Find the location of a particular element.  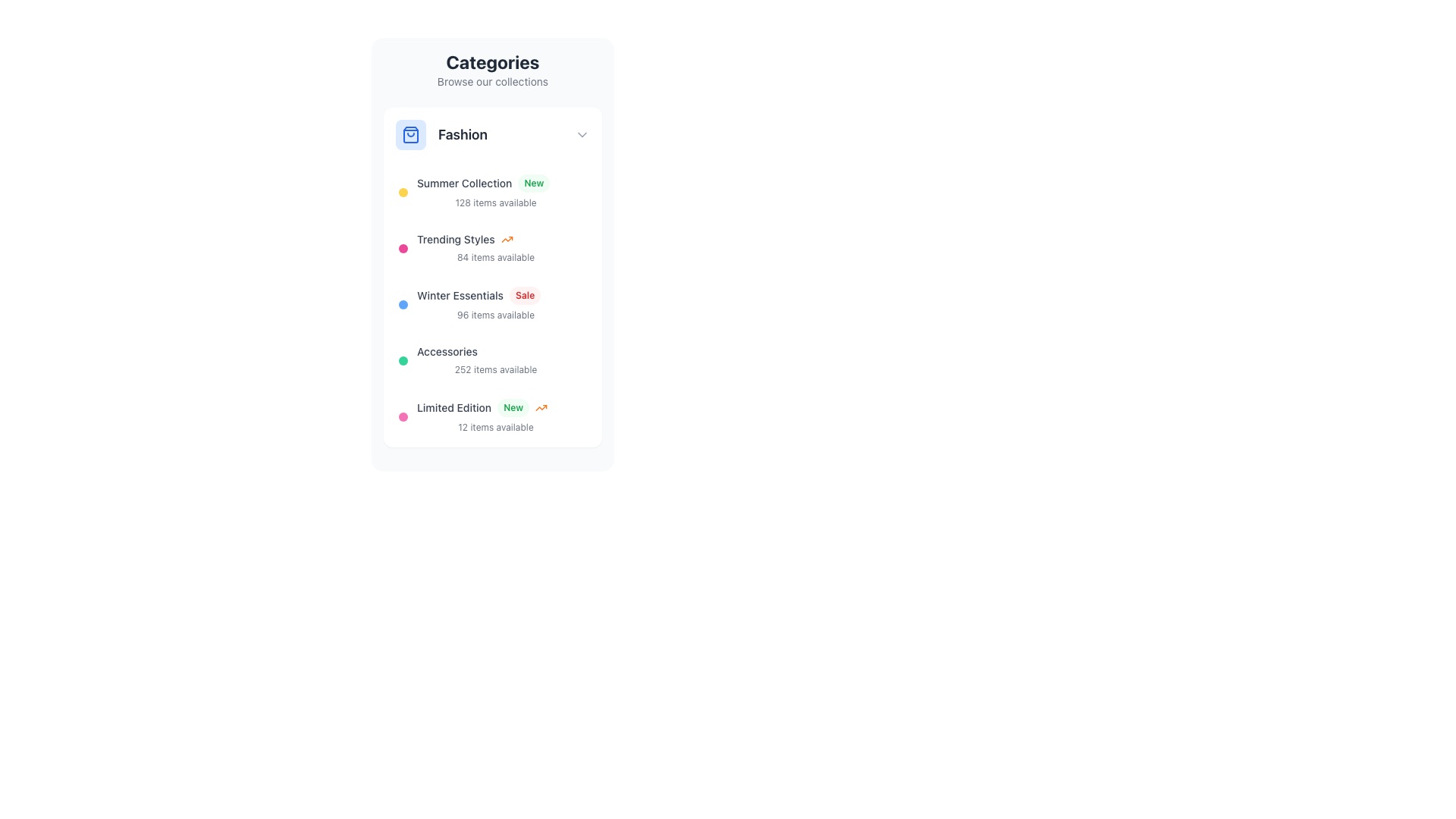

the fourth List Item labeled 'Accessories' is located at coordinates (492, 360).